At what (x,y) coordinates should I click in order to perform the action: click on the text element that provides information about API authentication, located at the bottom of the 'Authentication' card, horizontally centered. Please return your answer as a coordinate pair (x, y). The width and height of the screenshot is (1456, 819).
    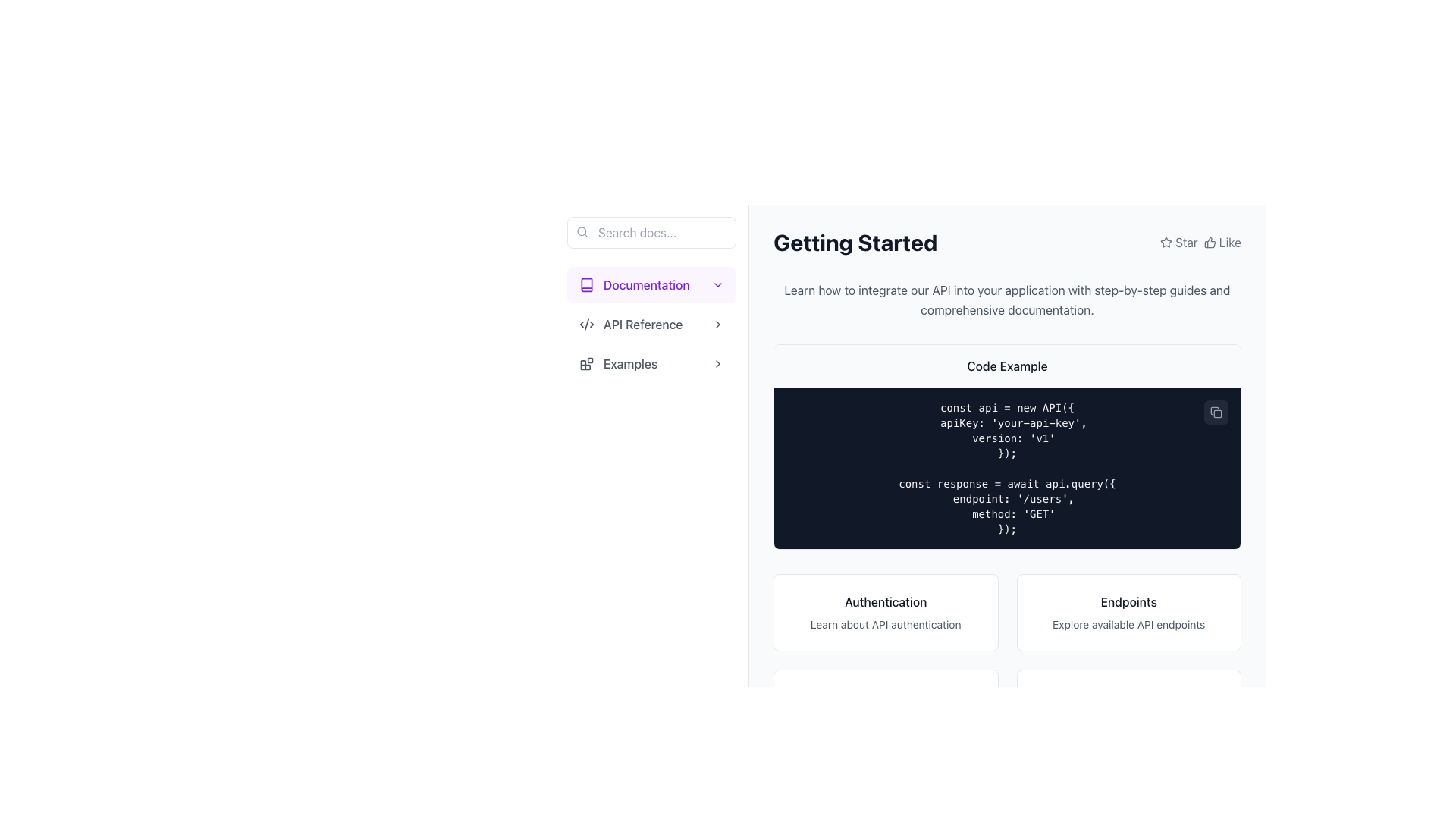
    Looking at the image, I should click on (886, 625).